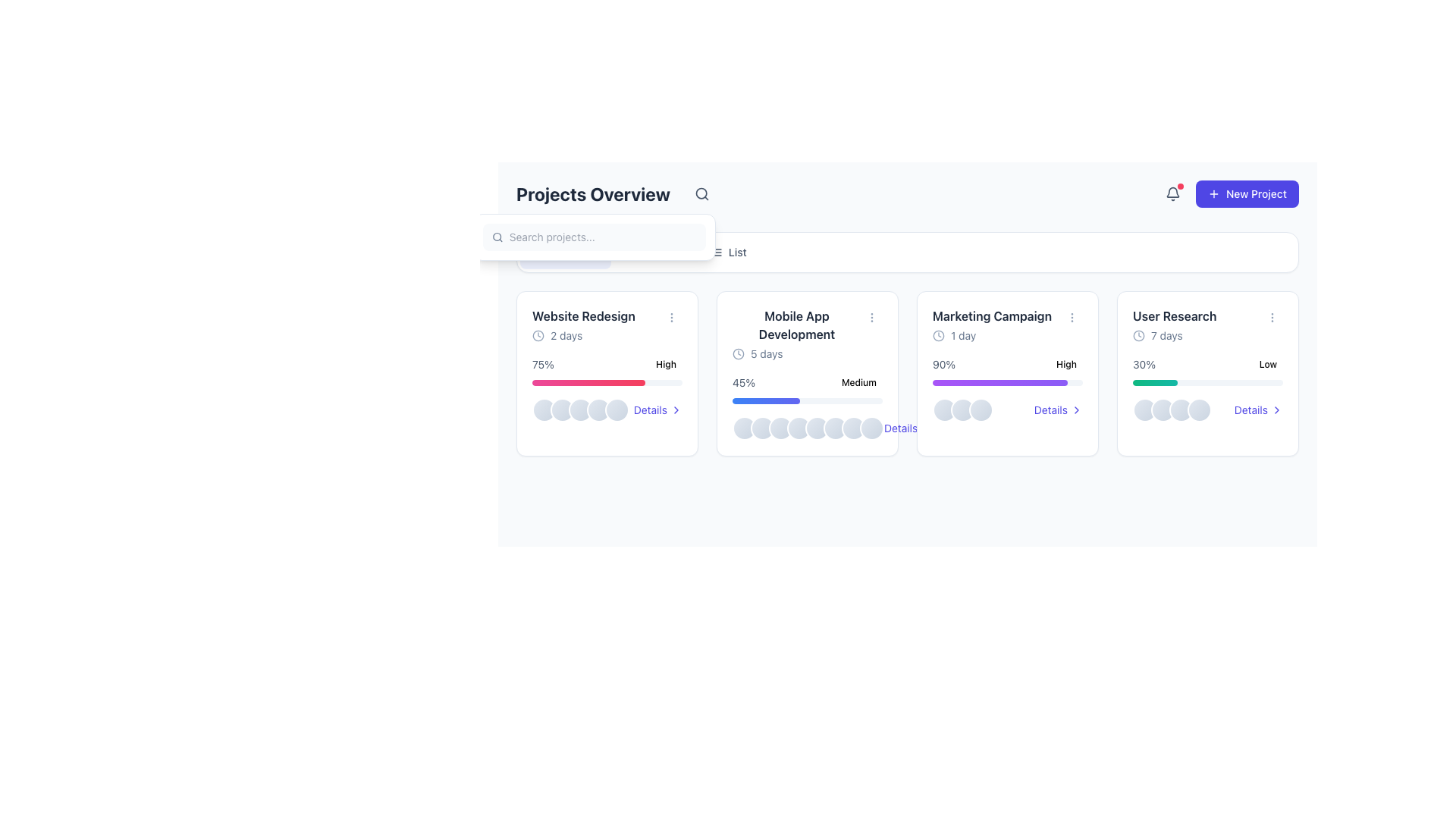 The image size is (1456, 819). What do you see at coordinates (807, 428) in the screenshot?
I see `the group of visual indicators styled as circular components located beneath the progress percentage bar in the 'Mobile App Development' section` at bounding box center [807, 428].